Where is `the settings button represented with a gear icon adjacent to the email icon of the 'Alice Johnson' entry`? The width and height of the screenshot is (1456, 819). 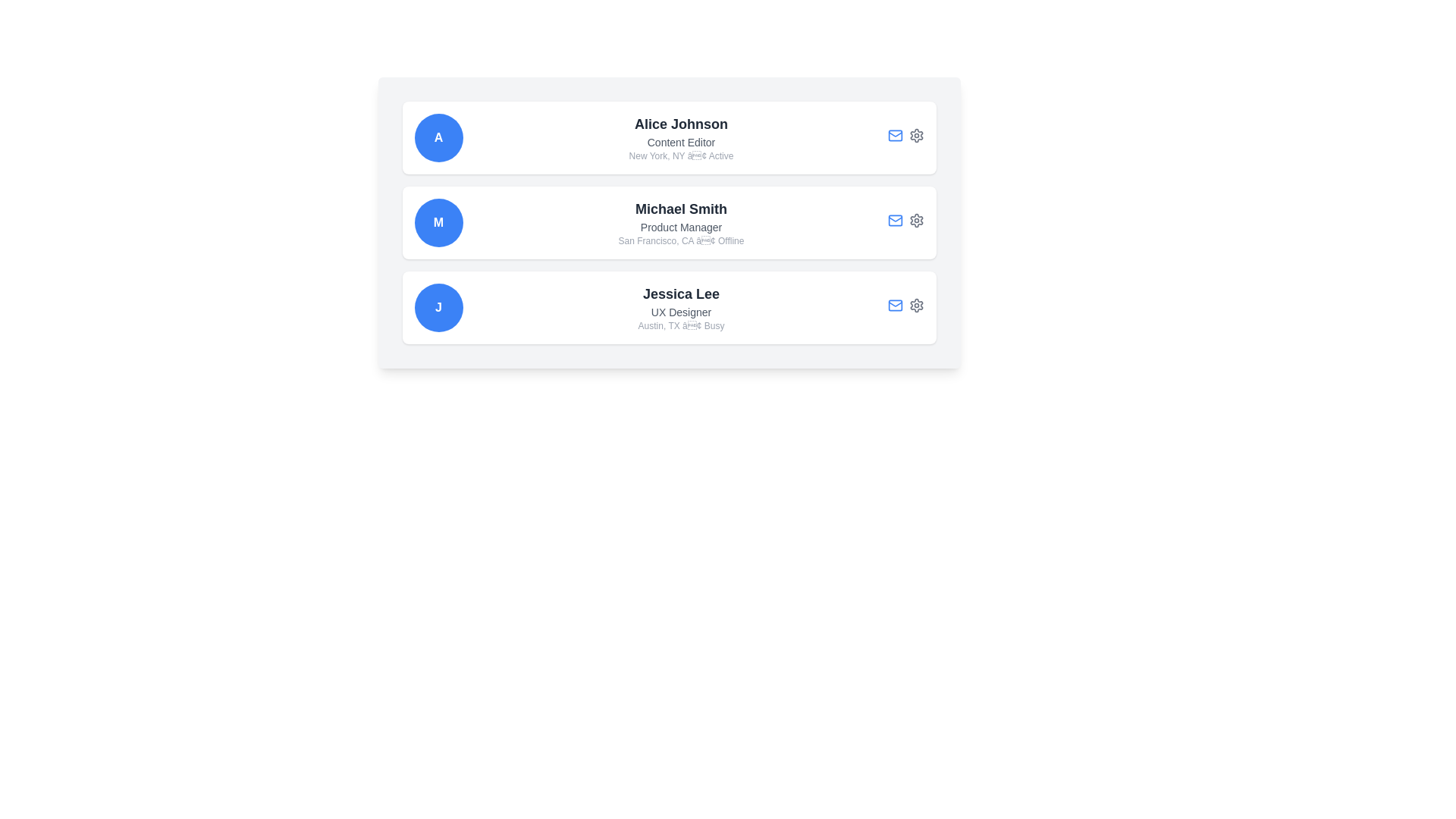
the settings button represented with a gear icon adjacent to the email icon of the 'Alice Johnson' entry is located at coordinates (915, 134).